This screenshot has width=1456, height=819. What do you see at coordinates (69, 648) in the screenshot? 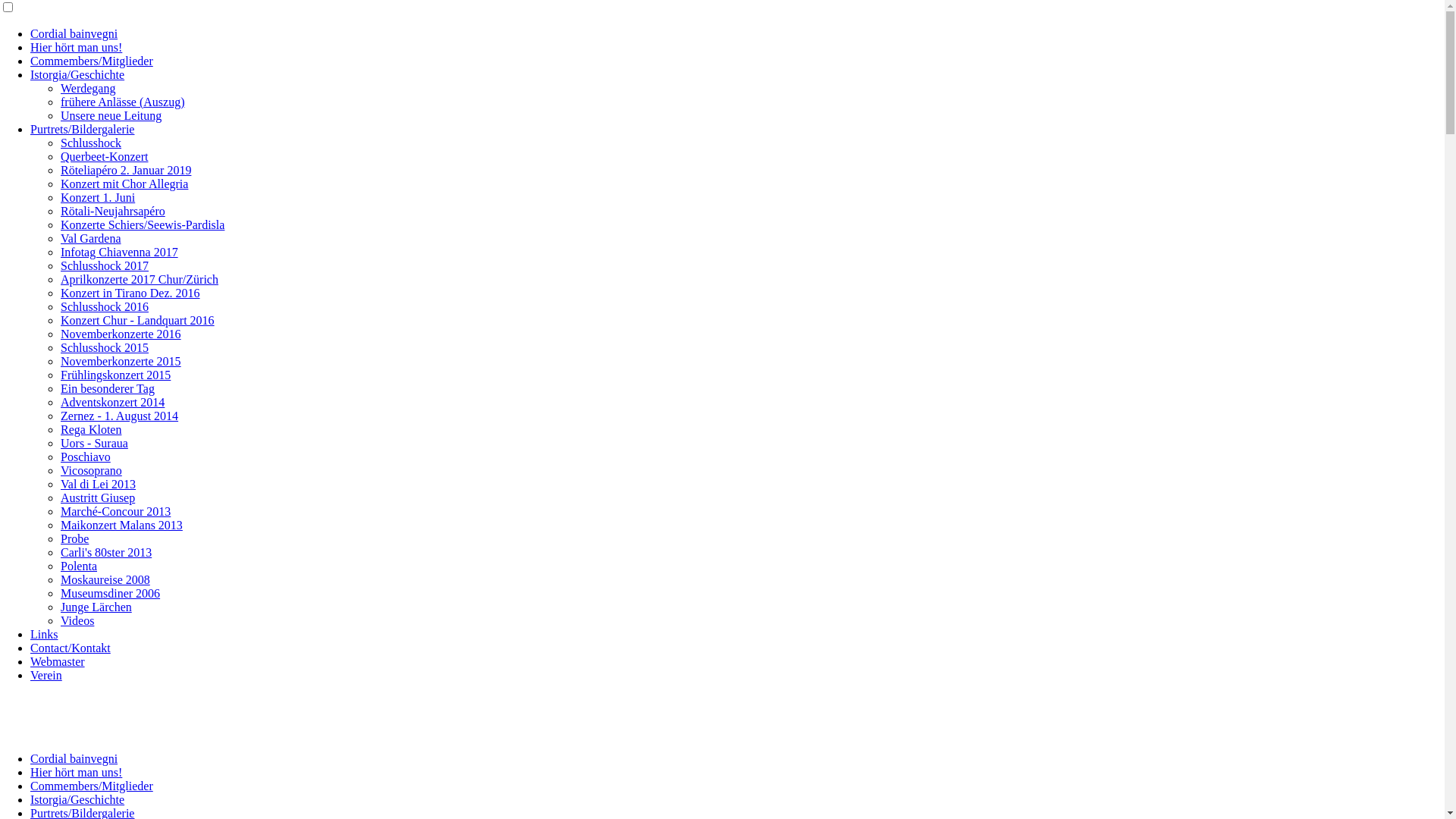
I see `'Contact/Kontakt'` at bounding box center [69, 648].